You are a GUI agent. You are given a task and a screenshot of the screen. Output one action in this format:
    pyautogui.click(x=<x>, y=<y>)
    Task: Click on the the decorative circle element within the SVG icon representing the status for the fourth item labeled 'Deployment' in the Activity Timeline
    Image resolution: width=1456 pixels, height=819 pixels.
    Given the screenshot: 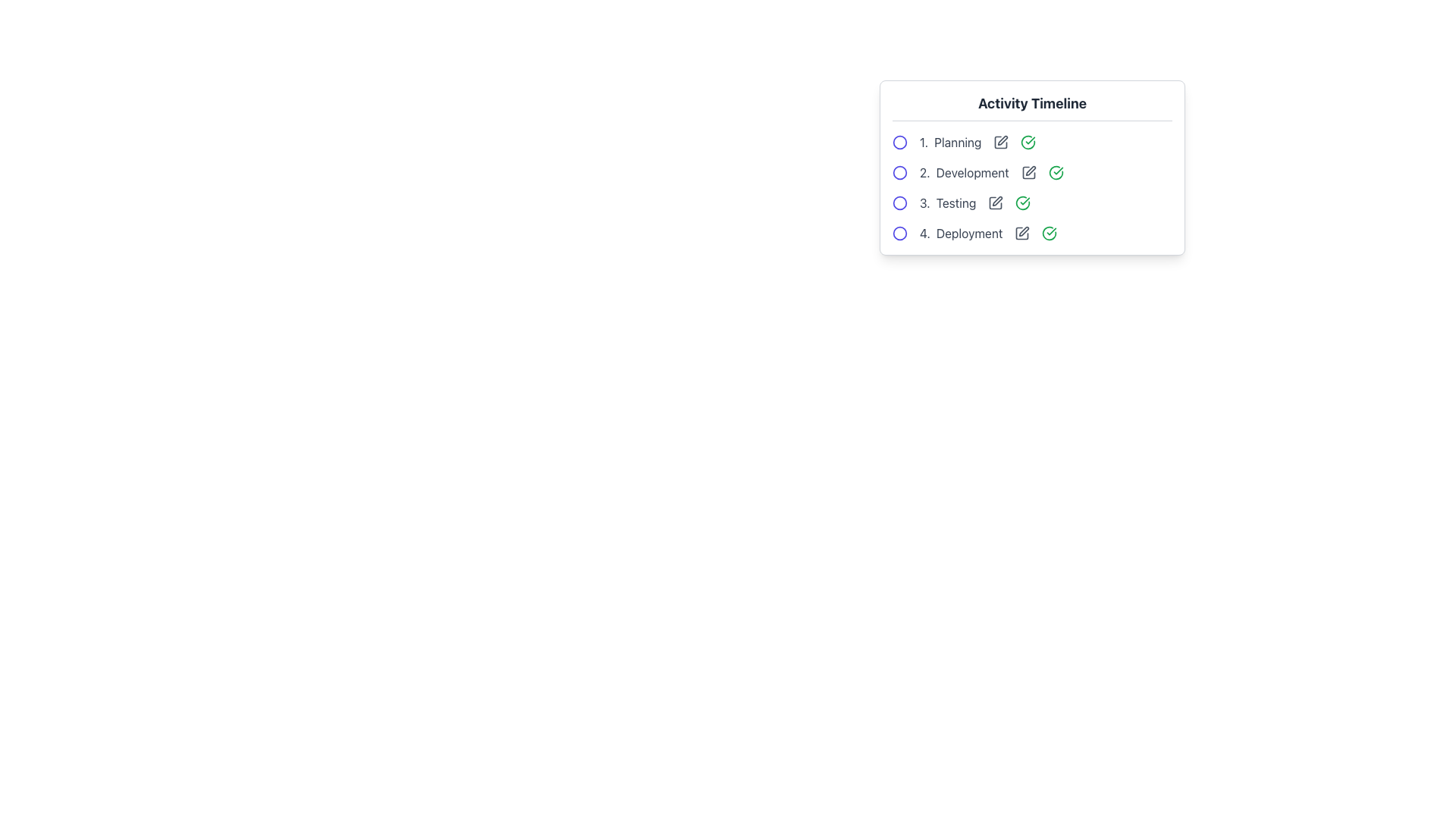 What is the action you would take?
    pyautogui.click(x=899, y=234)
    